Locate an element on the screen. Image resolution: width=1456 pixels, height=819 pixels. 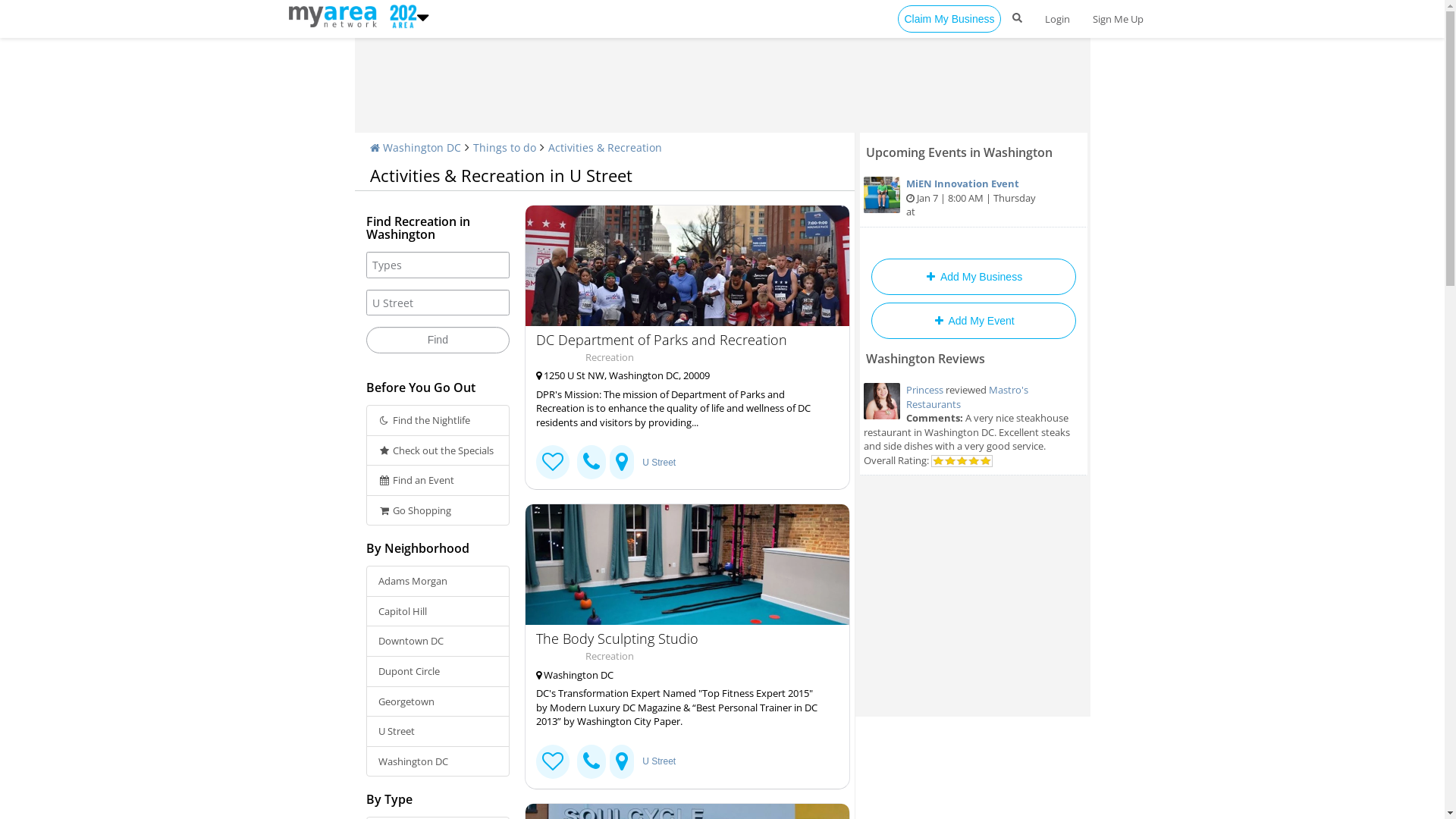
'Add My Business' is located at coordinates (870, 277).